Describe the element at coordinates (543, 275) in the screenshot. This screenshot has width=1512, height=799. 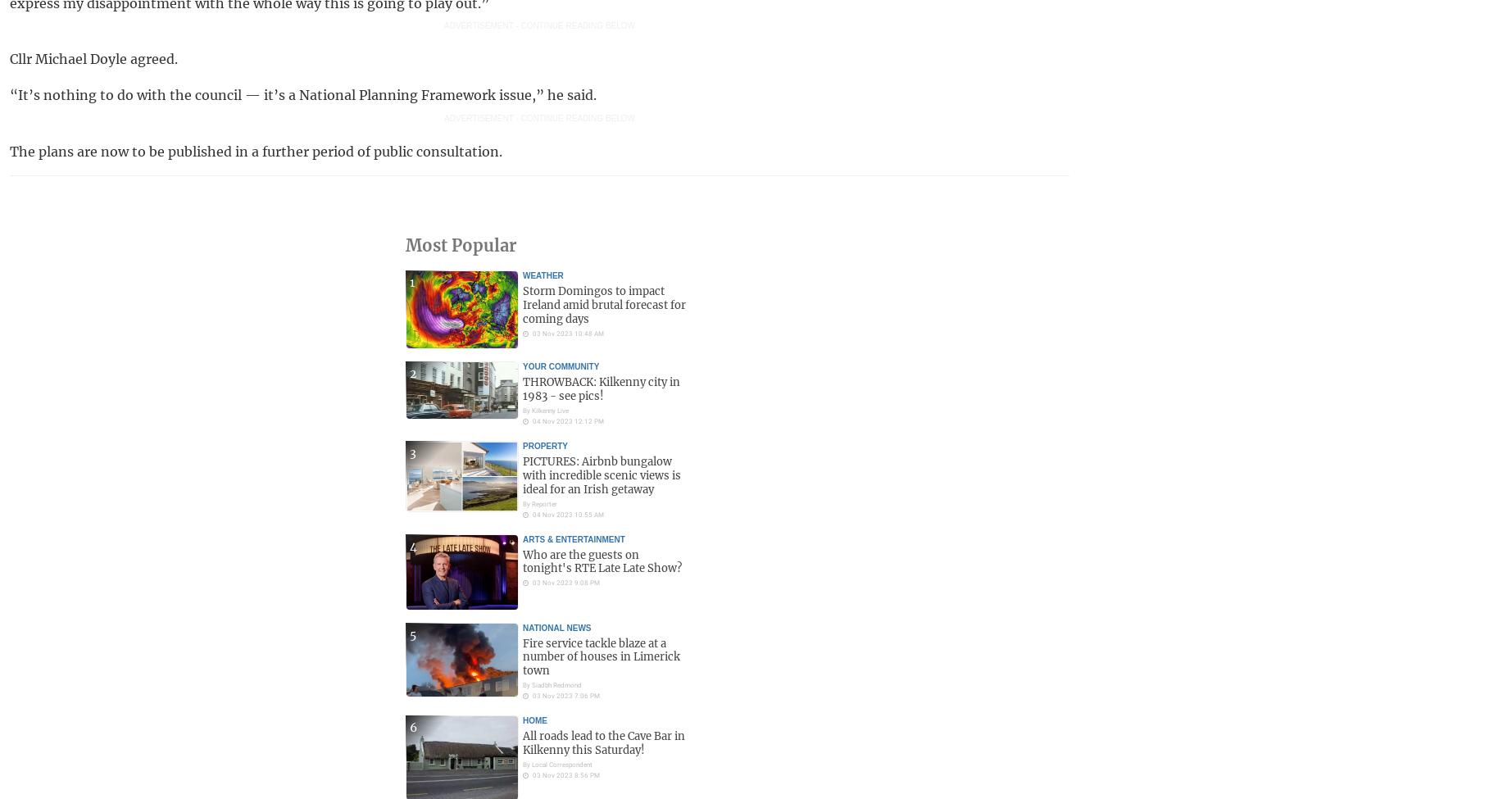
I see `'Weather'` at that location.